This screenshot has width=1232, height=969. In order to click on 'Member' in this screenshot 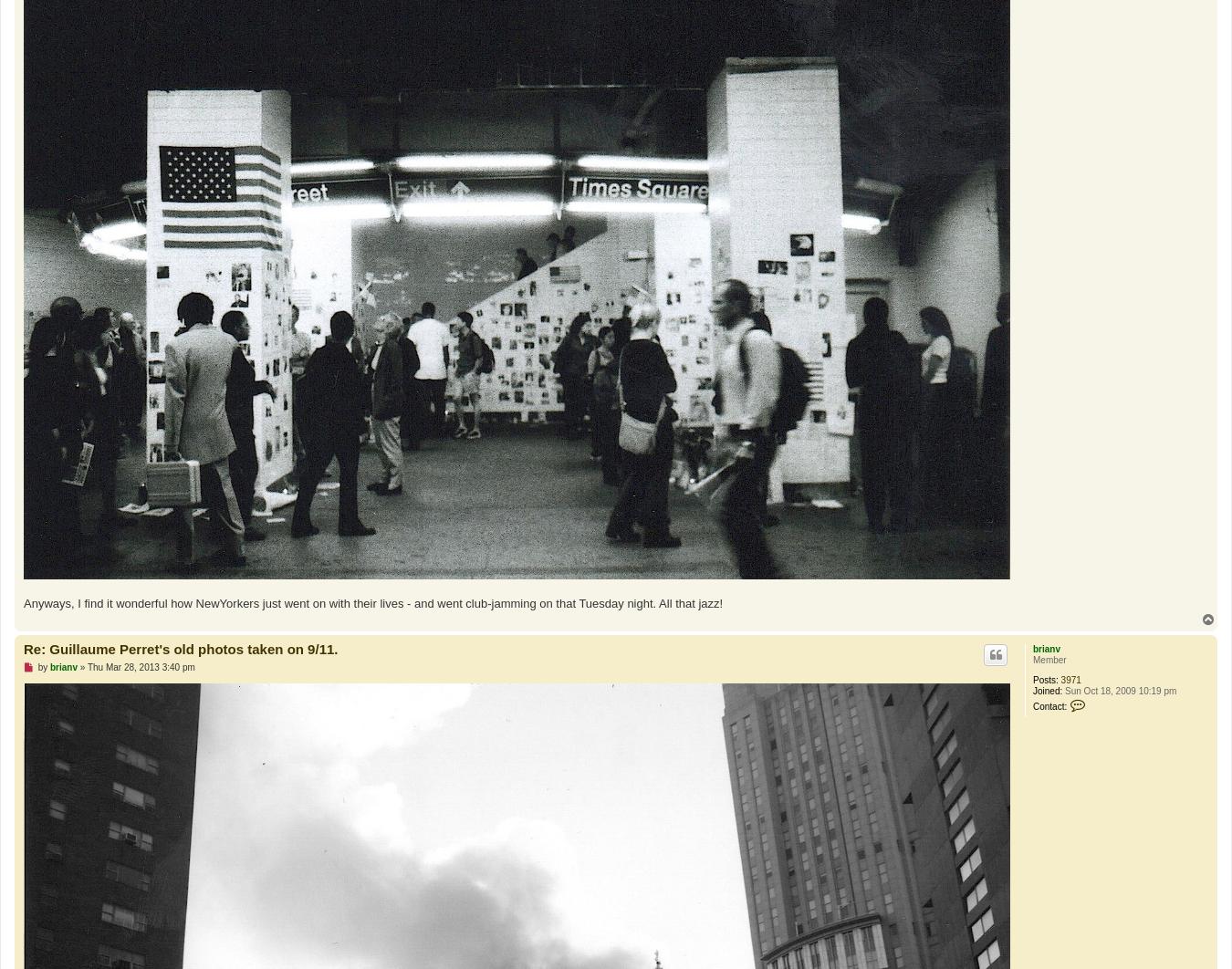, I will do `click(1031, 660)`.